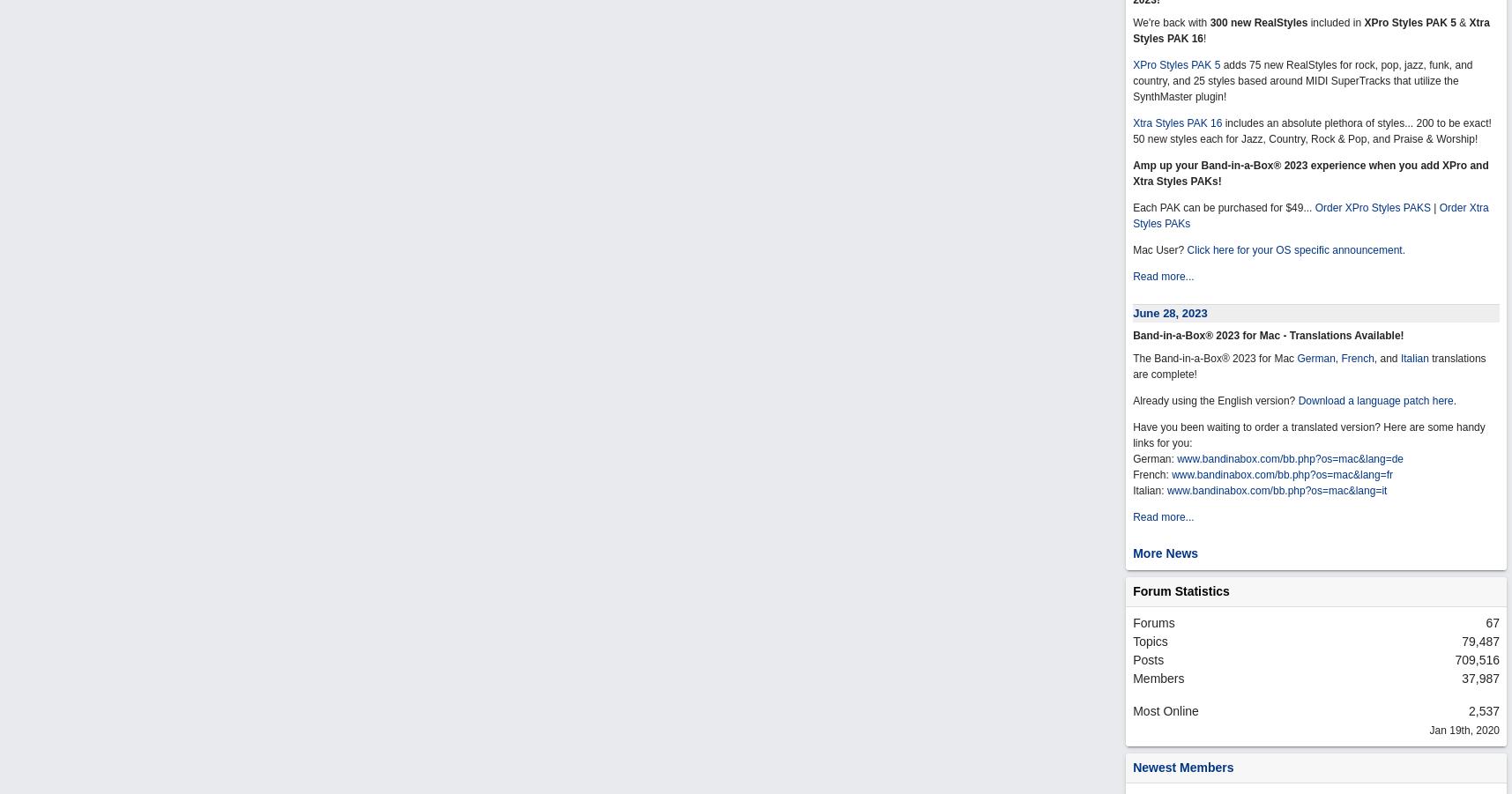  I want to click on 'German:', so click(1153, 457).